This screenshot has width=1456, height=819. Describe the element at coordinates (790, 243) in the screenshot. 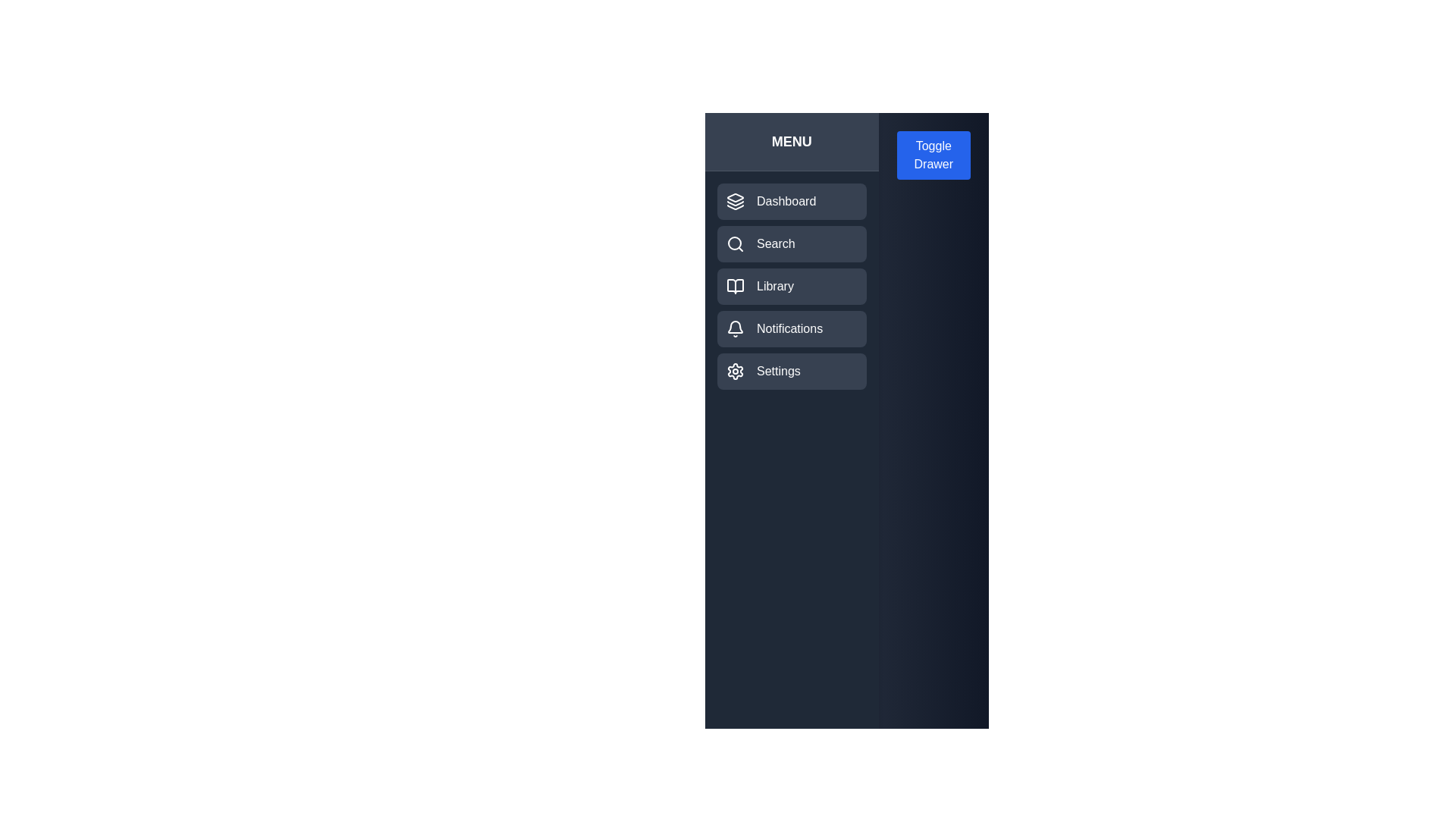

I see `the menu item labeled Search` at that location.